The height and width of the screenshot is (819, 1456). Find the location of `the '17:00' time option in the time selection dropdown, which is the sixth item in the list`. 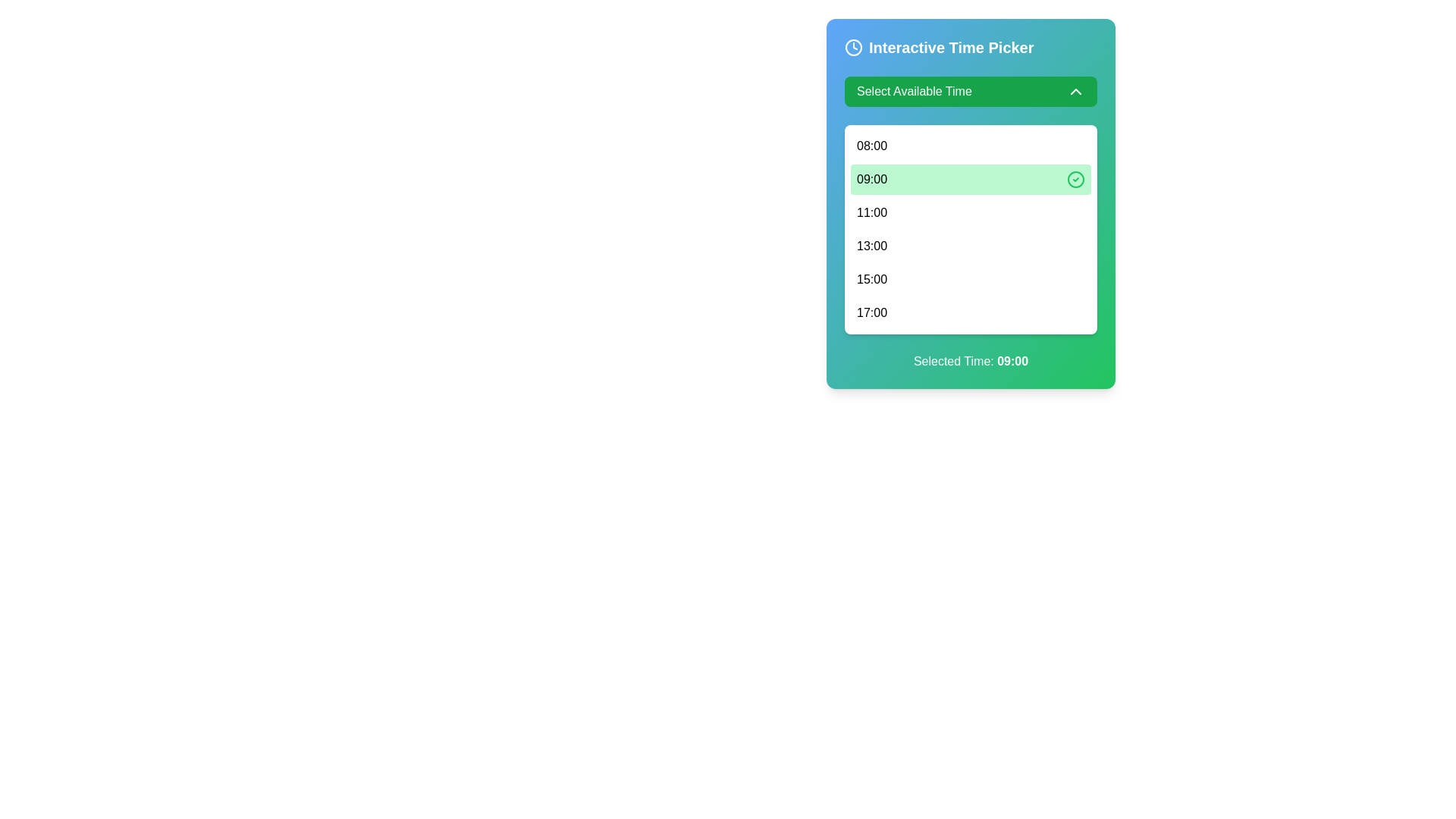

the '17:00' time option in the time selection dropdown, which is the sixth item in the list is located at coordinates (872, 312).